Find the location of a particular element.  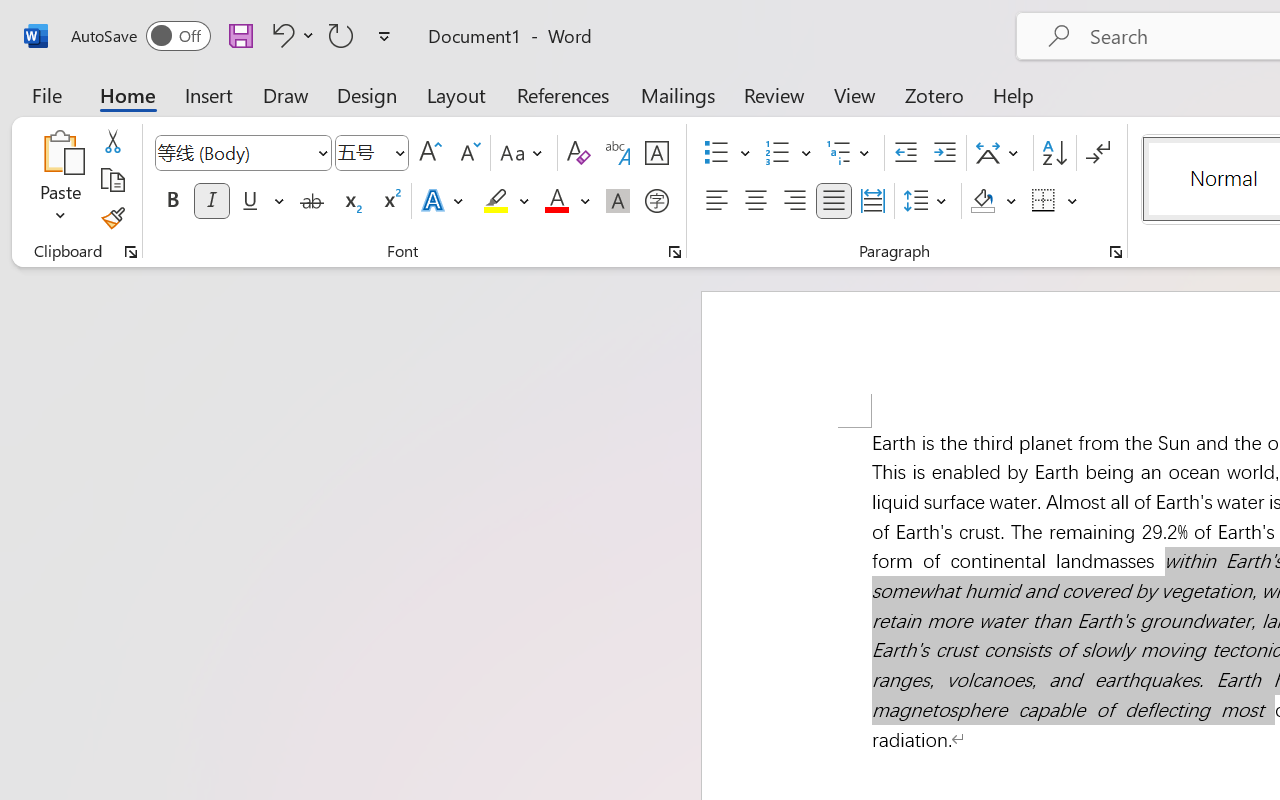

'Format Painter' is located at coordinates (111, 218).